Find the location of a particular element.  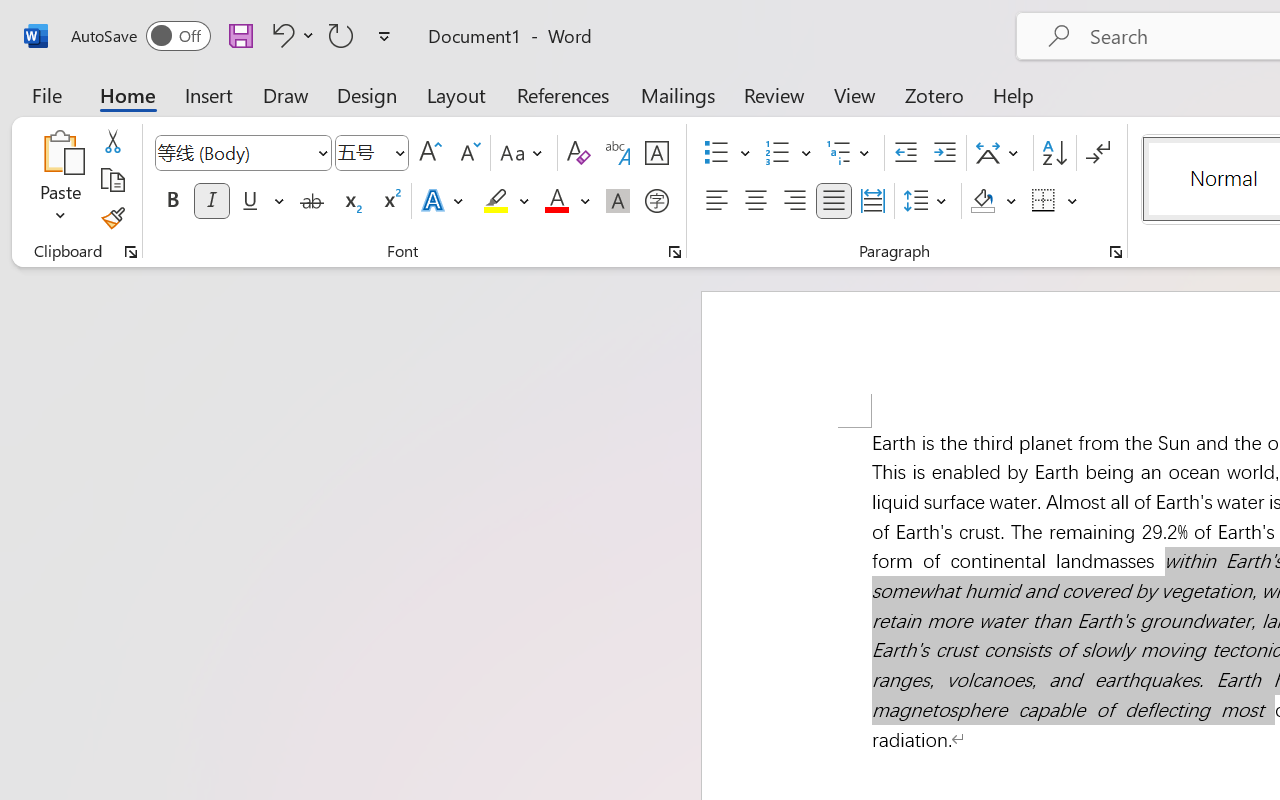

'Format Painter' is located at coordinates (111, 218).